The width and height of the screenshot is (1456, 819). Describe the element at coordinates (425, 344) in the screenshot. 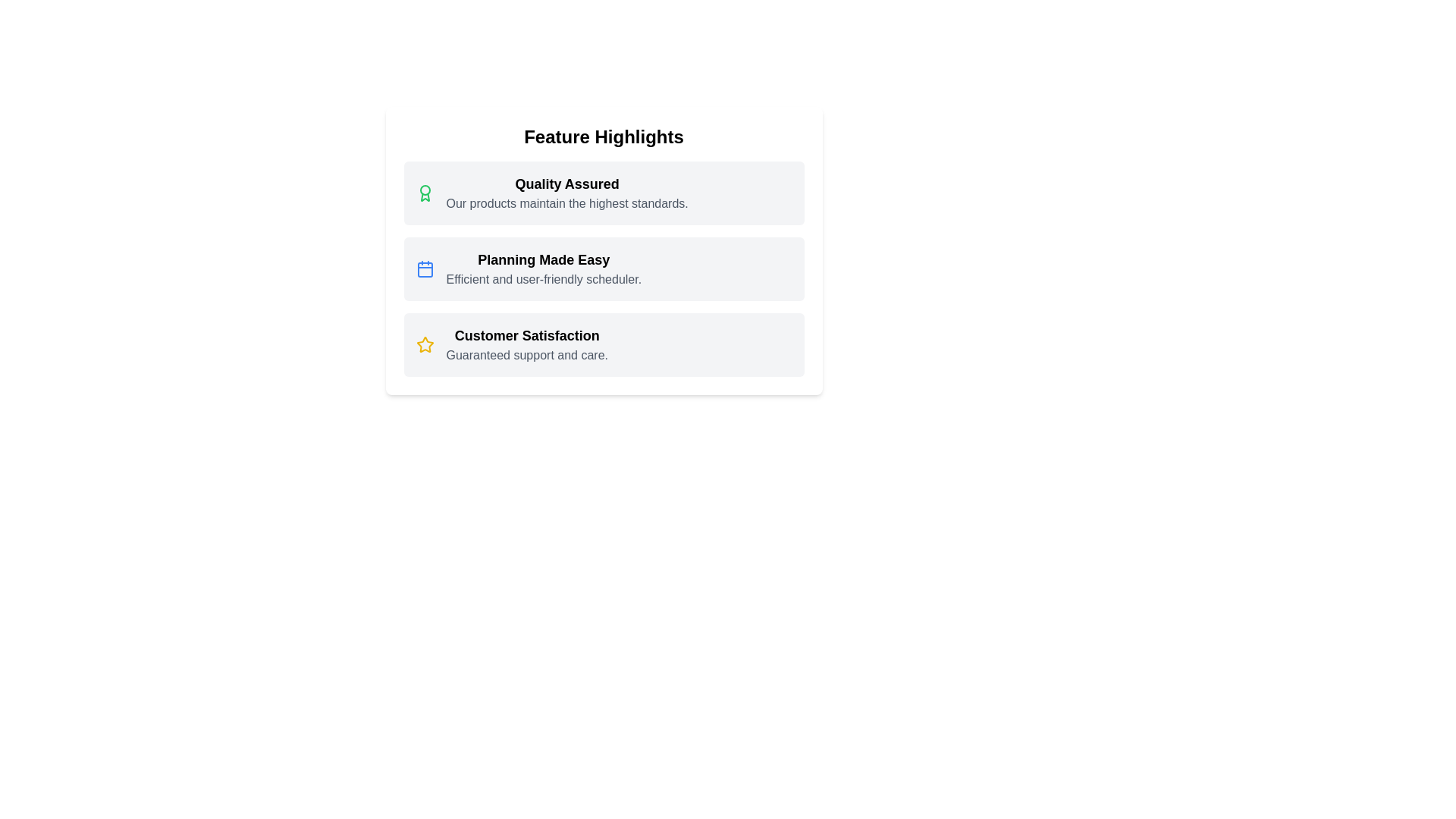

I see `the five-pointed star icon with a golden yellow outline, which serves as a rating or decorative symbol, centrally located within the feature section` at that location.